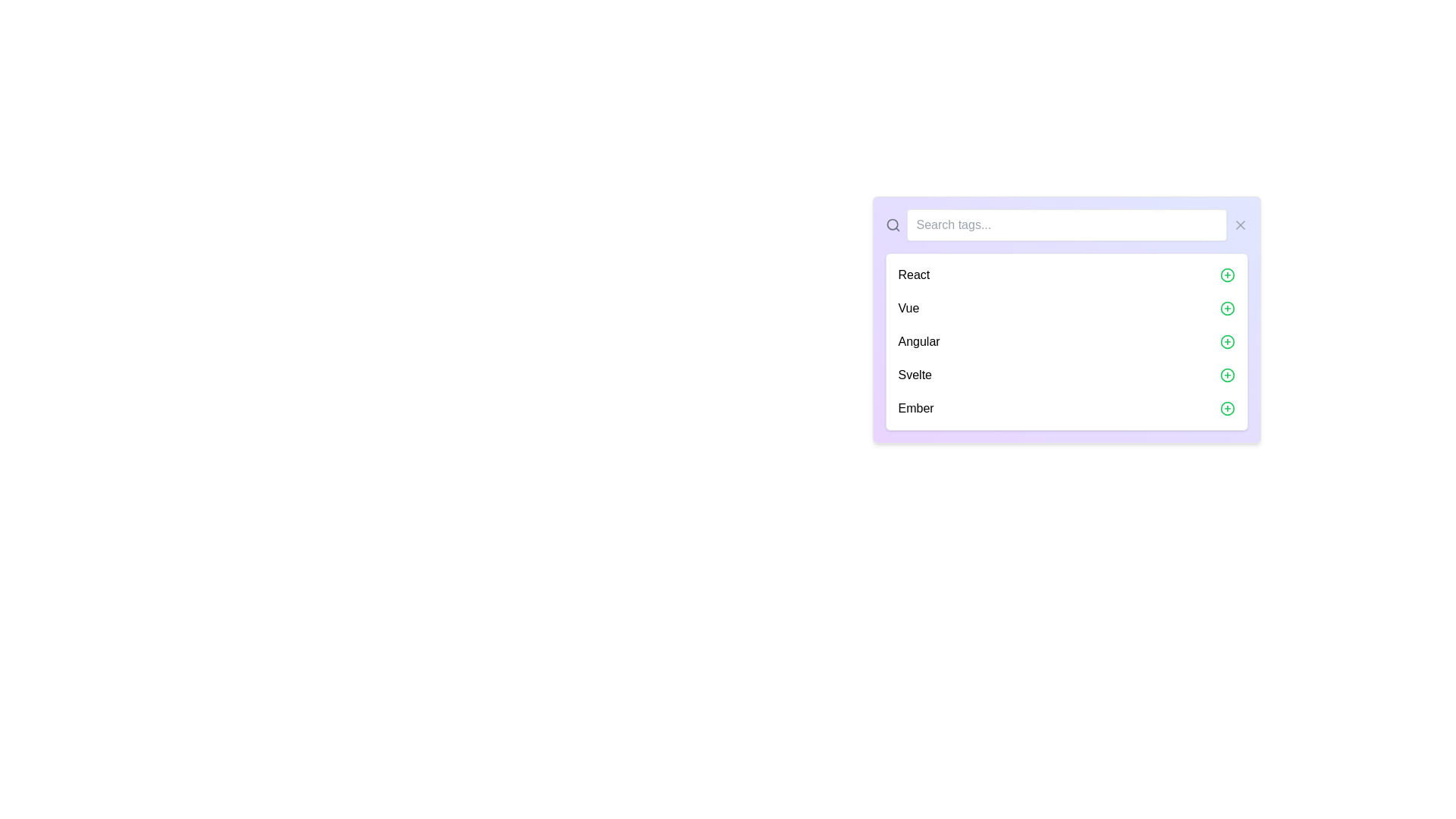 This screenshot has width=1456, height=819. What do you see at coordinates (1065, 342) in the screenshot?
I see `the third list item in the drop-down menu` at bounding box center [1065, 342].